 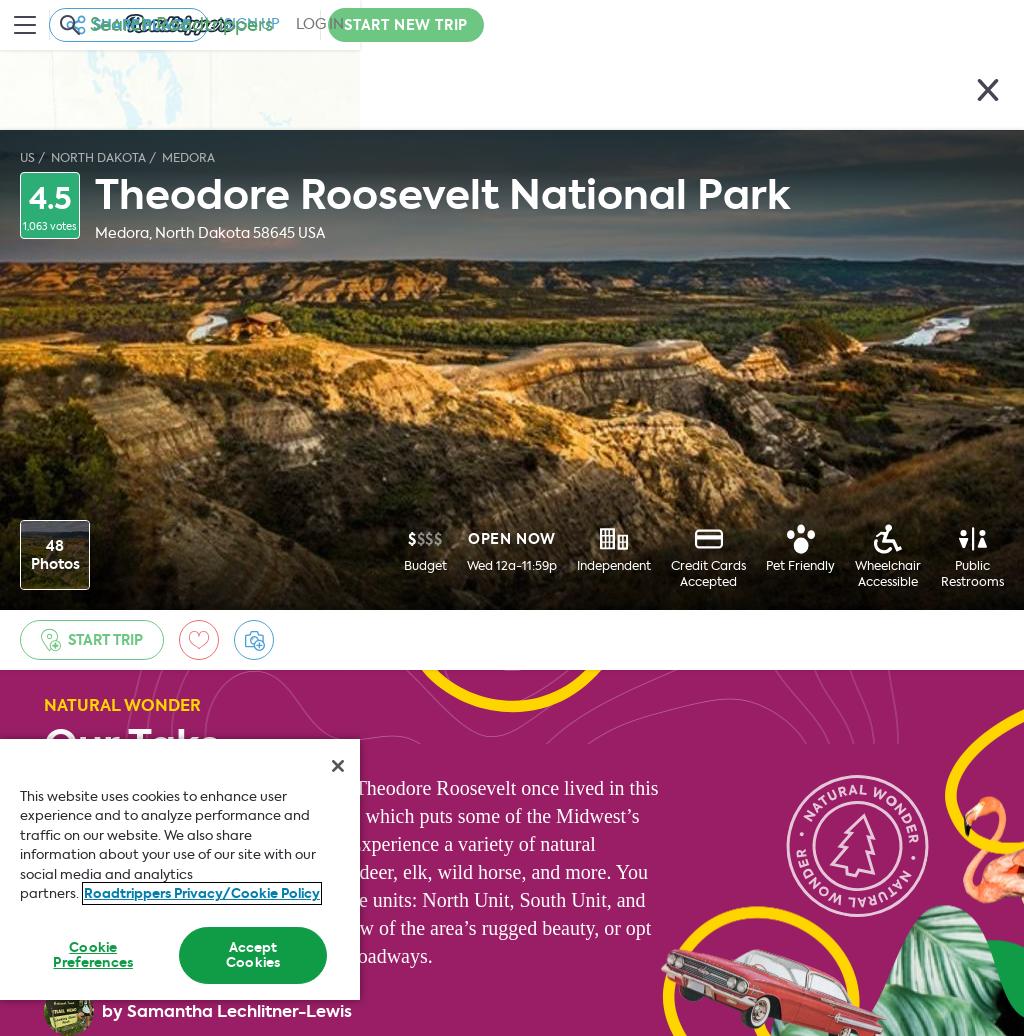 I want to click on 'Accessible', so click(x=888, y=582).